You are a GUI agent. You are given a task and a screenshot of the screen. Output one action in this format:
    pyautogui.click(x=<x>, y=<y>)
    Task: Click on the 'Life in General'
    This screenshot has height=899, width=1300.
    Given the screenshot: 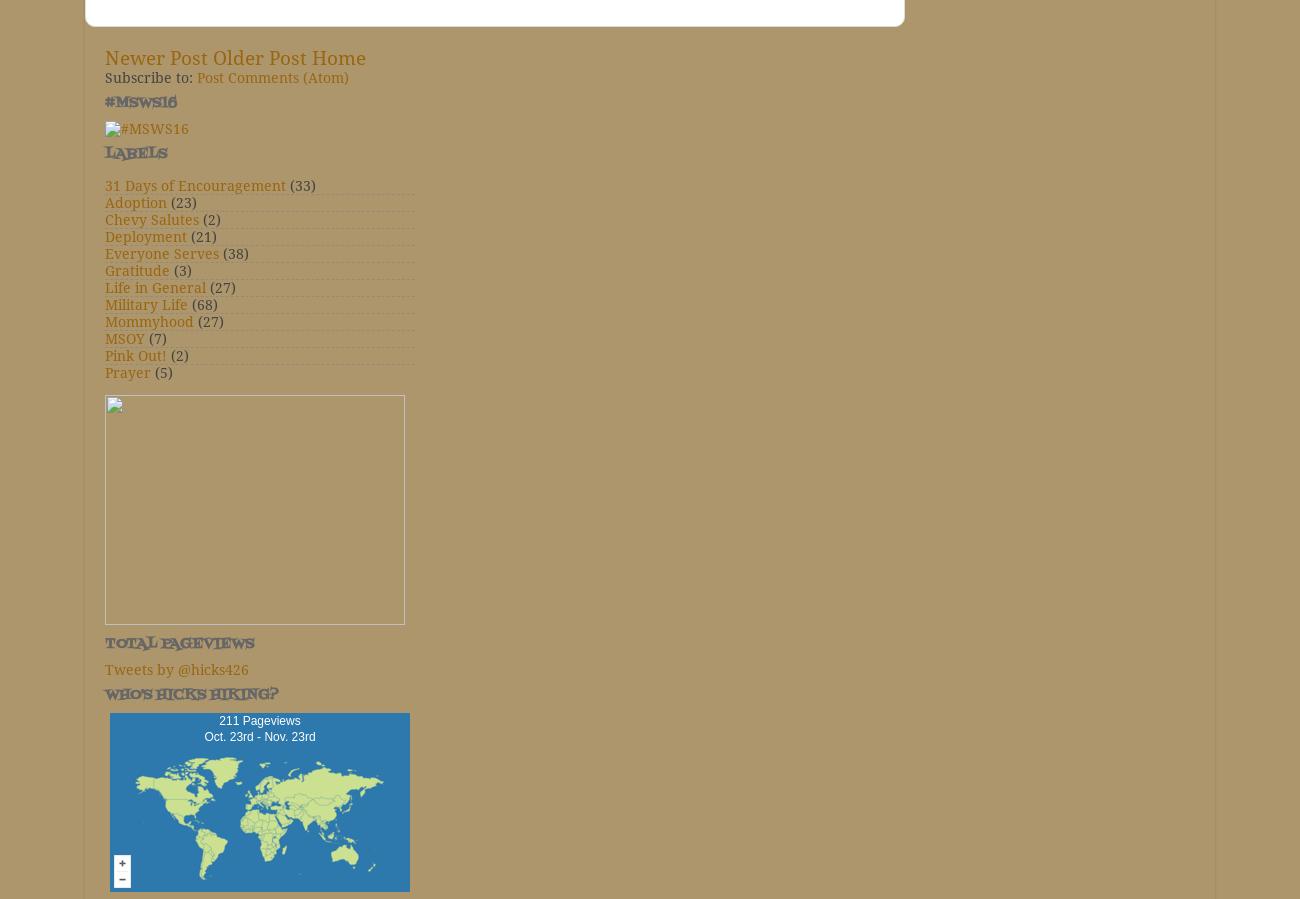 What is the action you would take?
    pyautogui.click(x=154, y=288)
    